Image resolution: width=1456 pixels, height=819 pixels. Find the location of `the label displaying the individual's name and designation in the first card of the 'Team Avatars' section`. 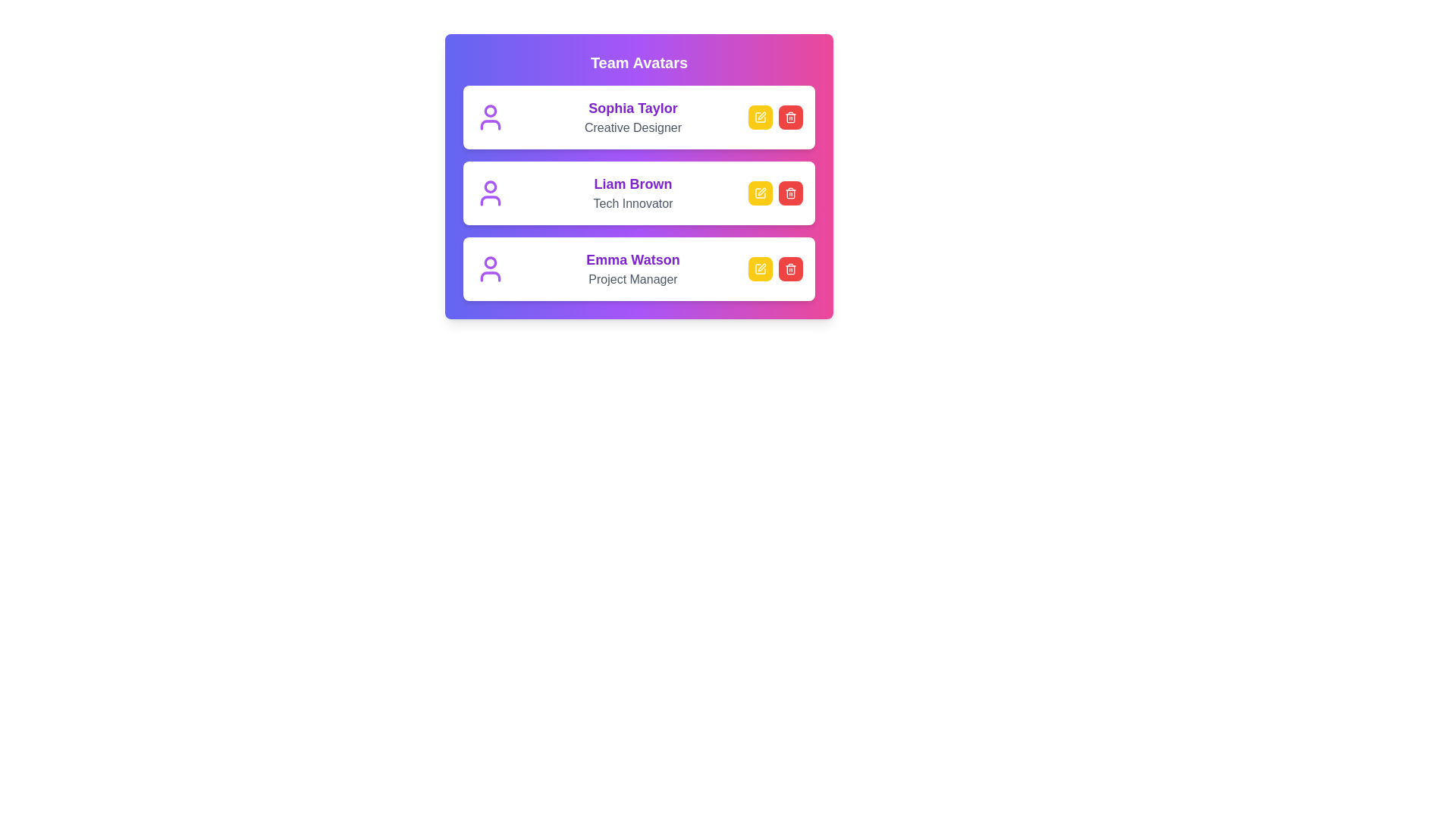

the label displaying the individual's name and designation in the first card of the 'Team Avatars' section is located at coordinates (633, 116).